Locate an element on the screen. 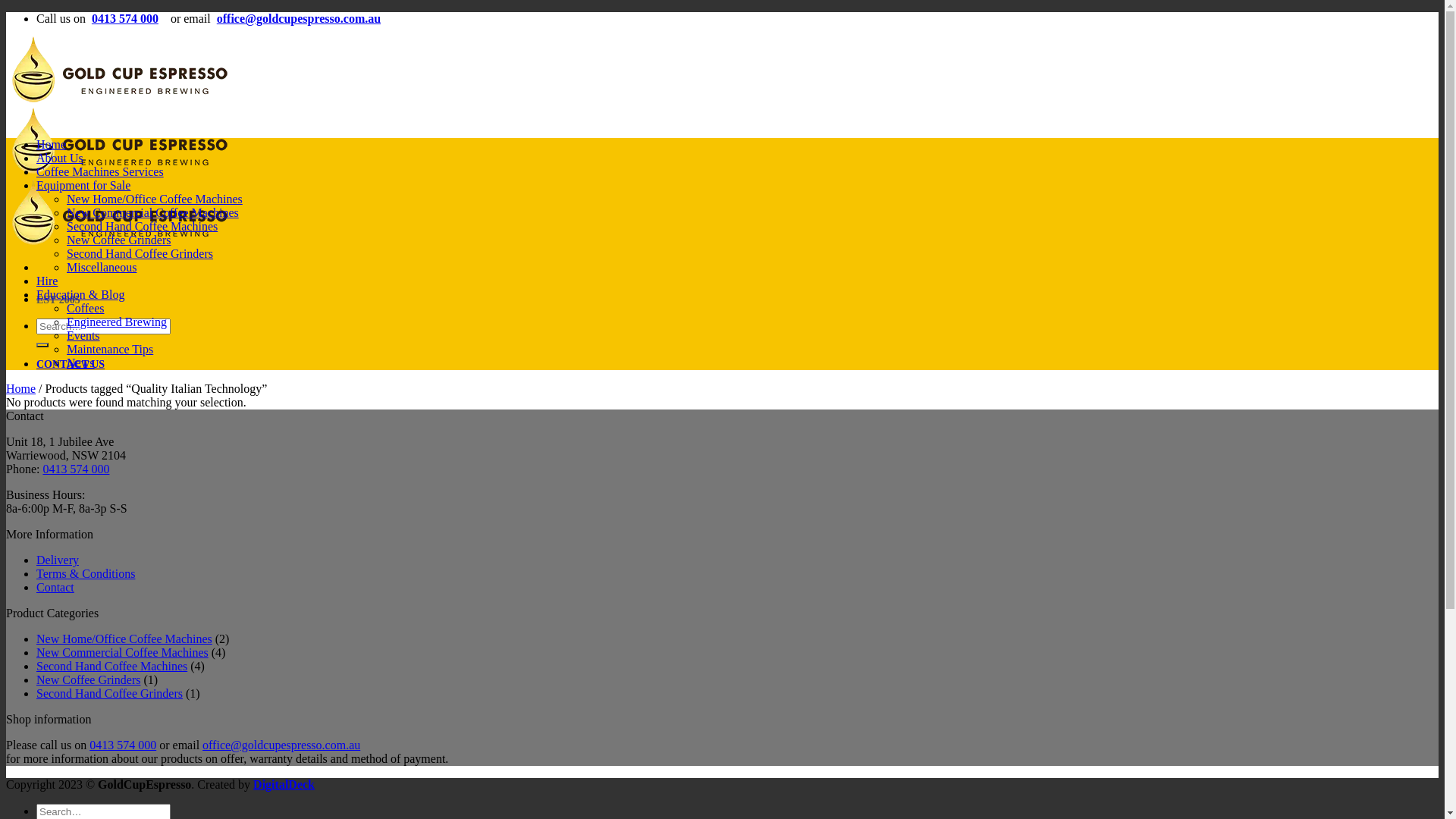 The width and height of the screenshot is (1456, 819). 'DigitalDeck' is located at coordinates (284, 784).